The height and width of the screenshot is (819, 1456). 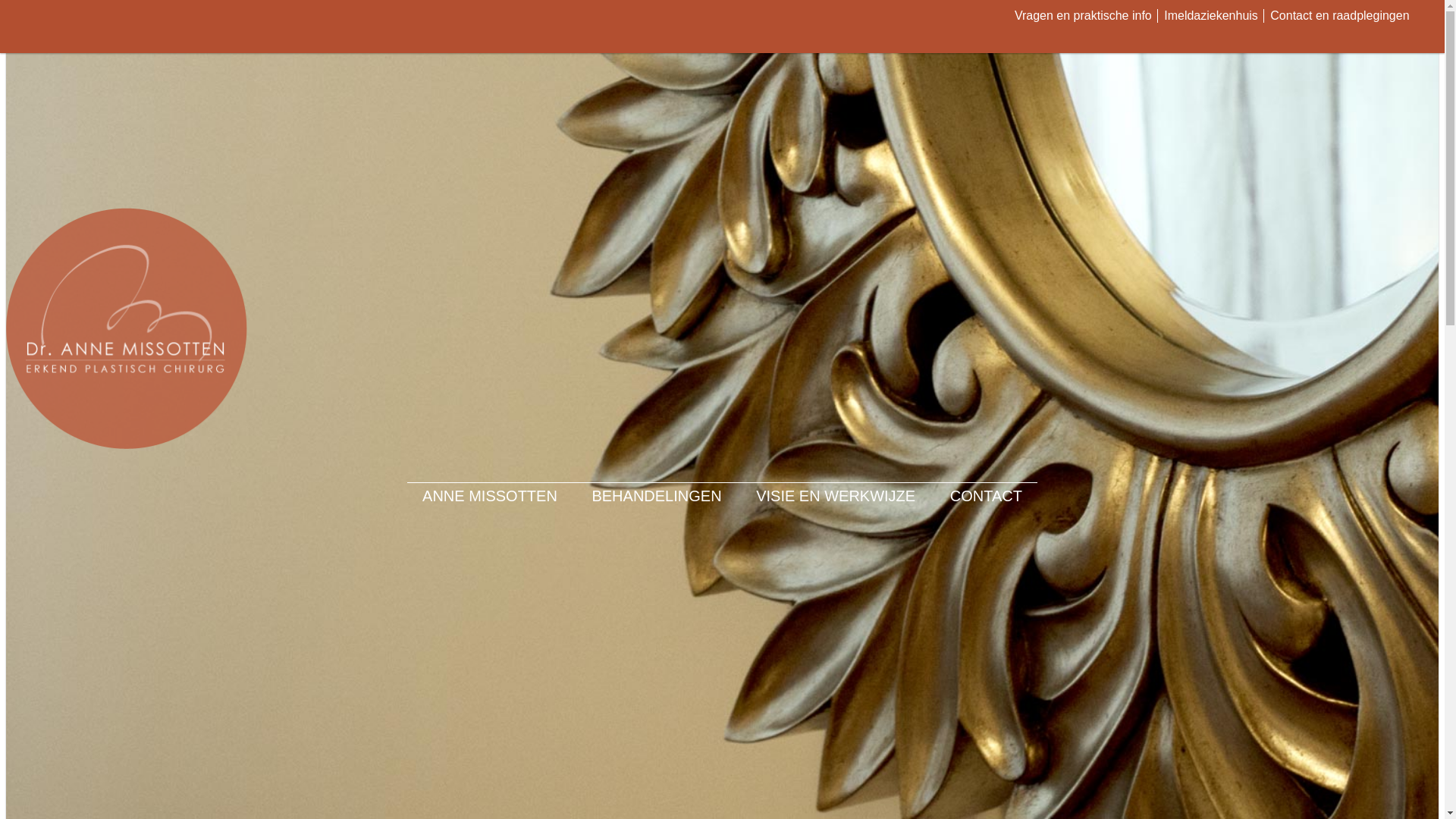 What do you see at coordinates (1210, 15) in the screenshot?
I see `'Imeldaziekenhuis'` at bounding box center [1210, 15].